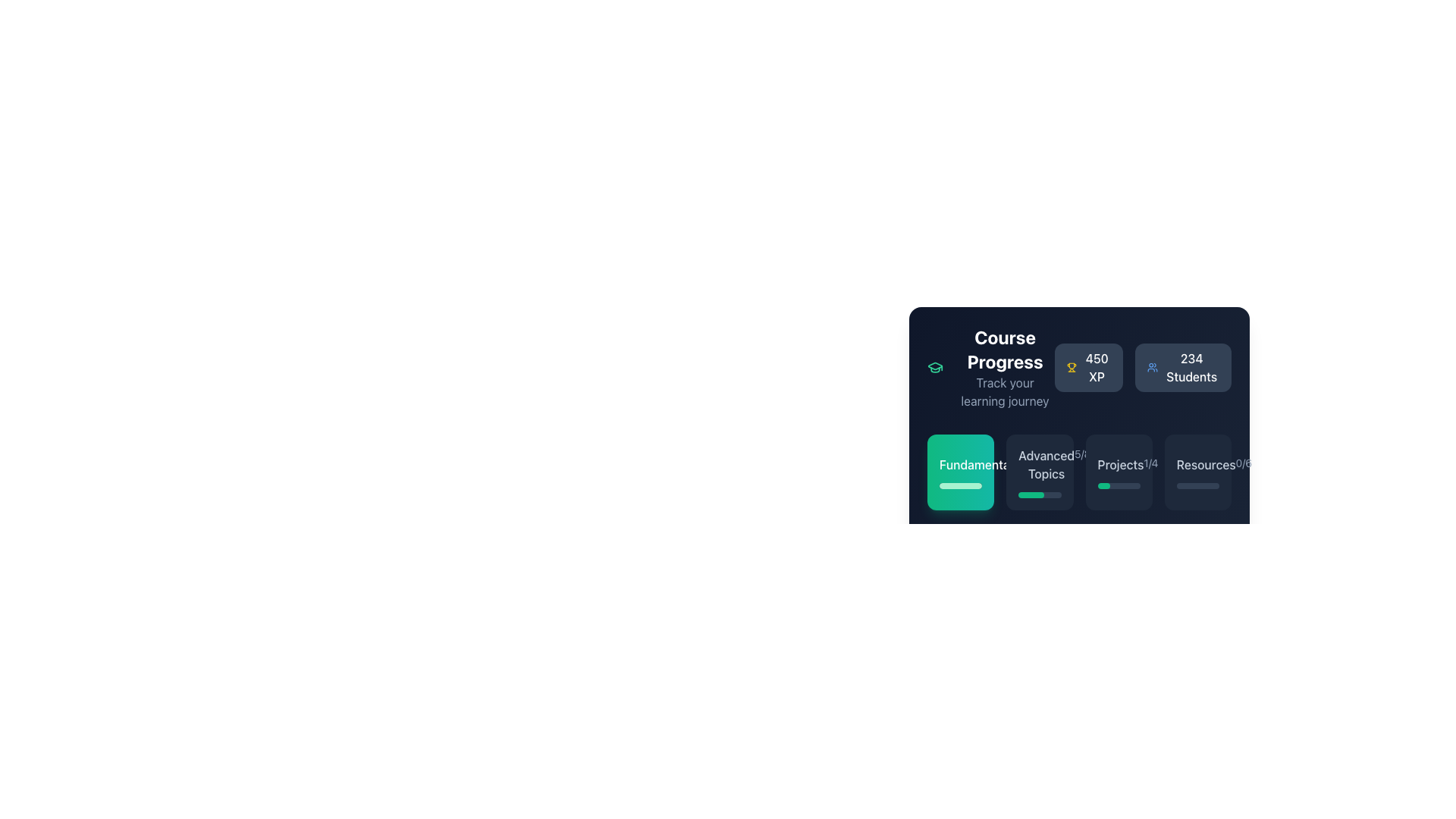 Image resolution: width=1456 pixels, height=819 pixels. What do you see at coordinates (979, 464) in the screenshot?
I see `the 'Fundamentals' label in the 'Course Progress' section, which is the first card in a horizontal list of modules` at bounding box center [979, 464].